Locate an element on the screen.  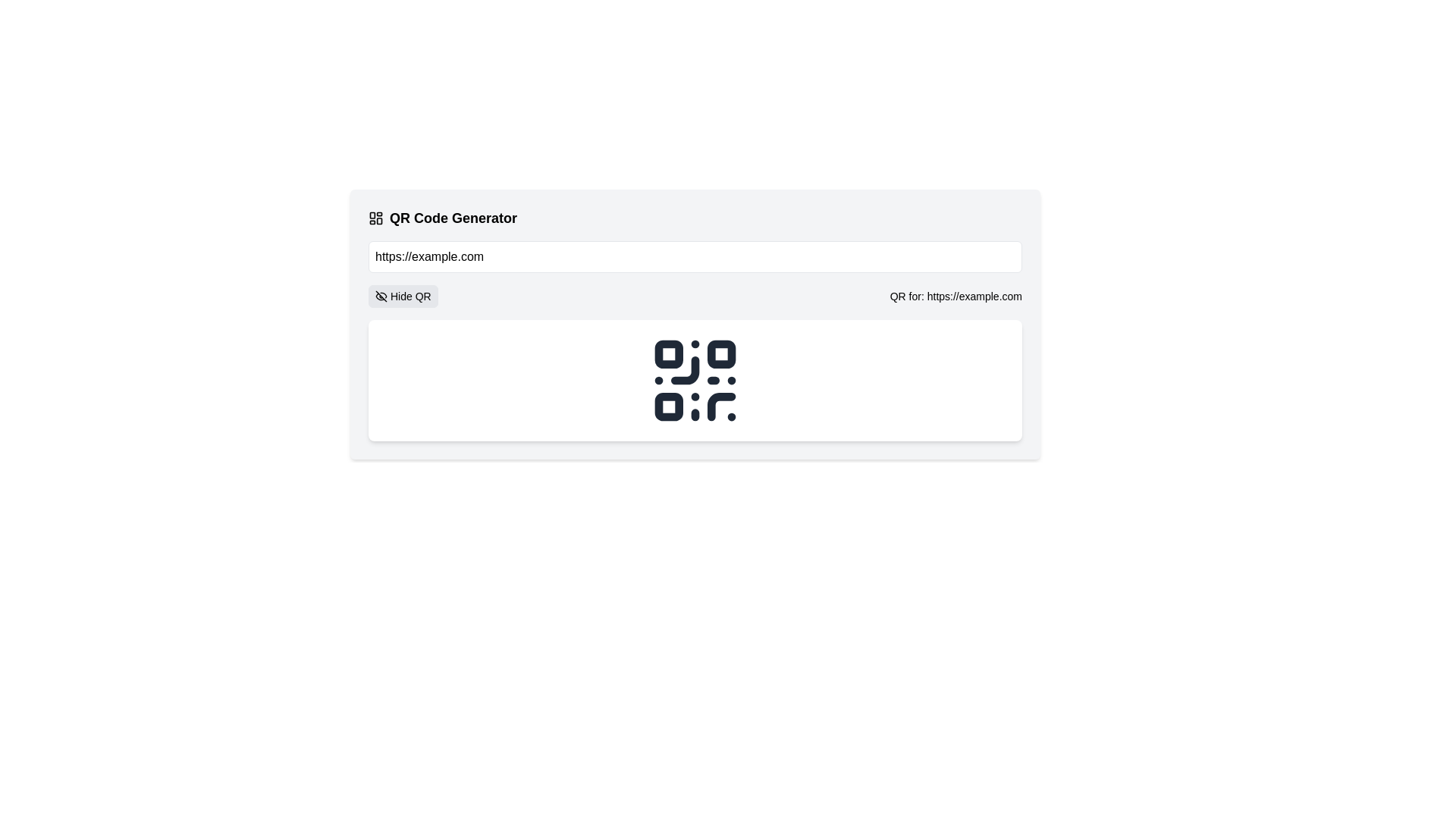
the small square with rounded corners located in the bottom-left segment of the QR code symbol is located at coordinates (668, 406).